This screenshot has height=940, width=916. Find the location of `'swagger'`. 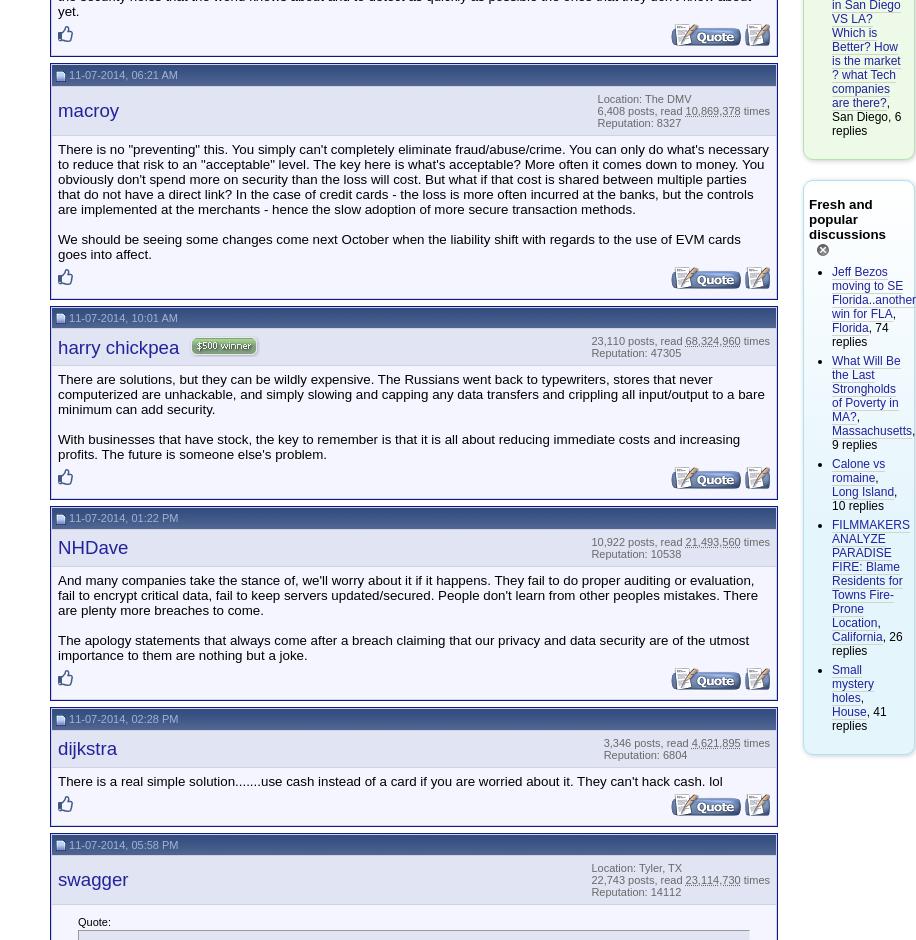

'swagger' is located at coordinates (91, 879).